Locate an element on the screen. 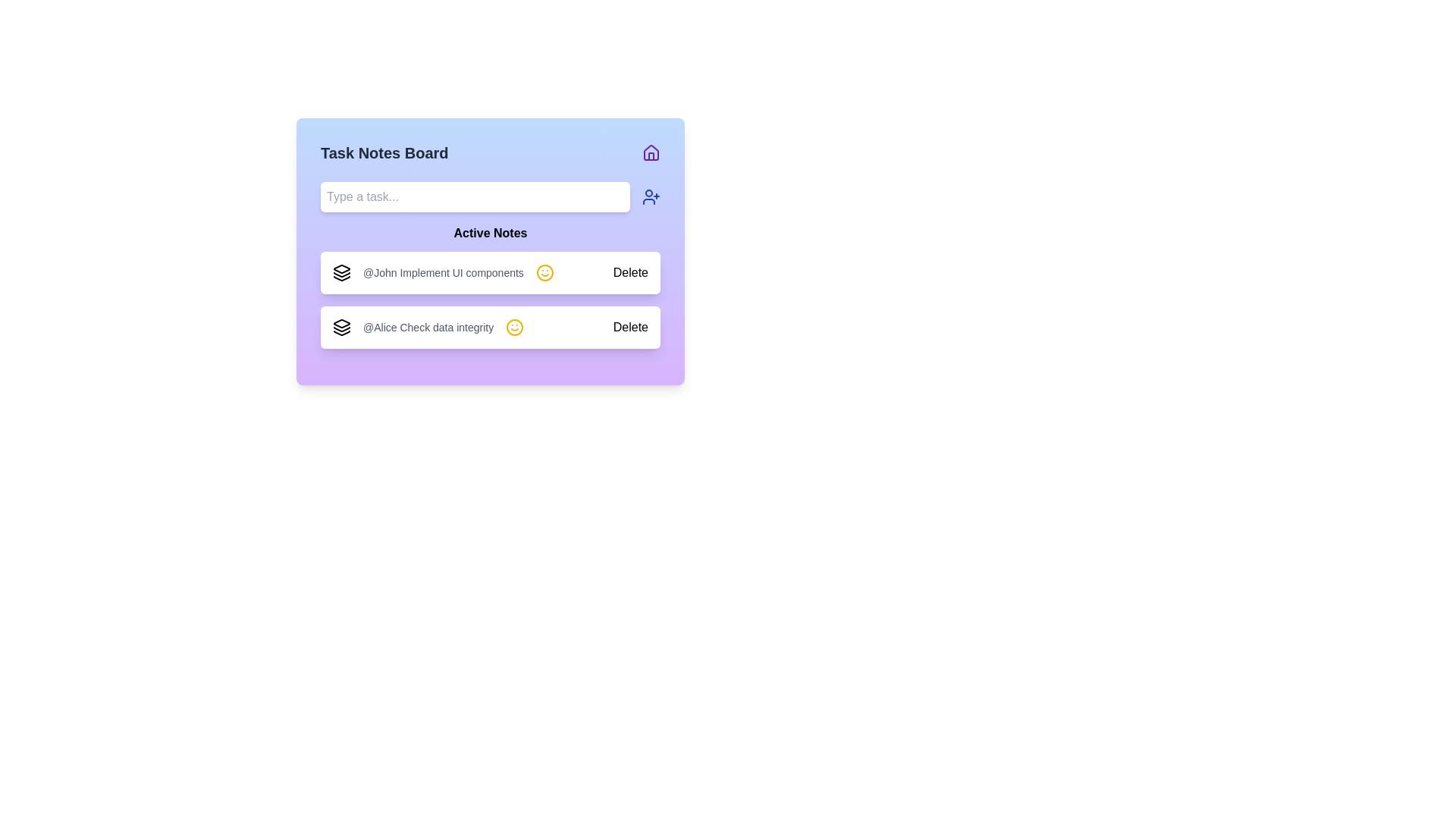 This screenshot has height=819, width=1456. the icon representing the first entry in the active notes section, located on the left side of the application interface is located at coordinates (341, 268).